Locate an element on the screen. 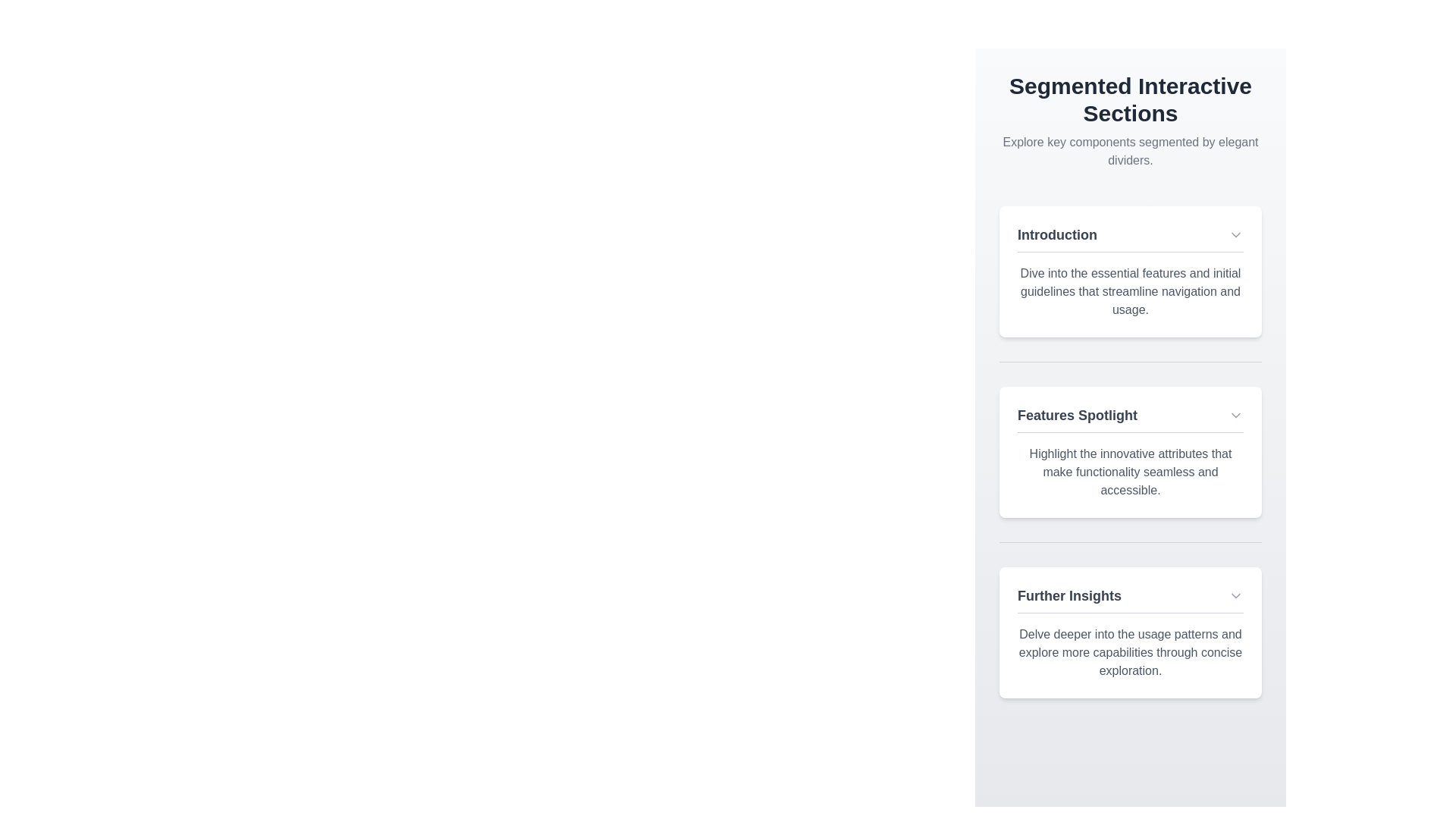  text block located directly underneath the title 'Introduction,' which provides additional context or guidance about the section is located at coordinates (1131, 292).